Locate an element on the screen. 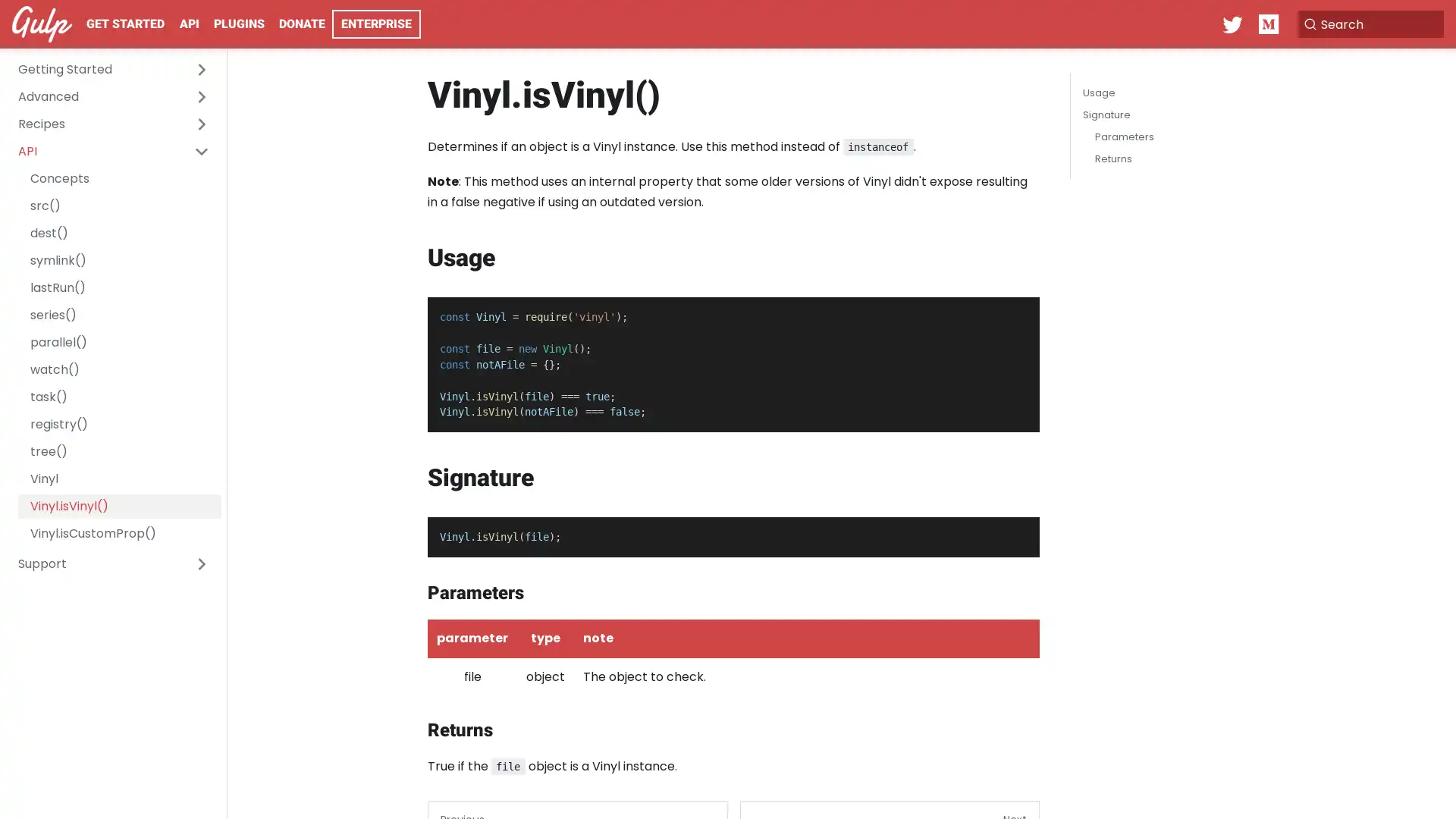 The height and width of the screenshot is (819, 1456). Copy code to clipboard is located at coordinates (1015, 312).